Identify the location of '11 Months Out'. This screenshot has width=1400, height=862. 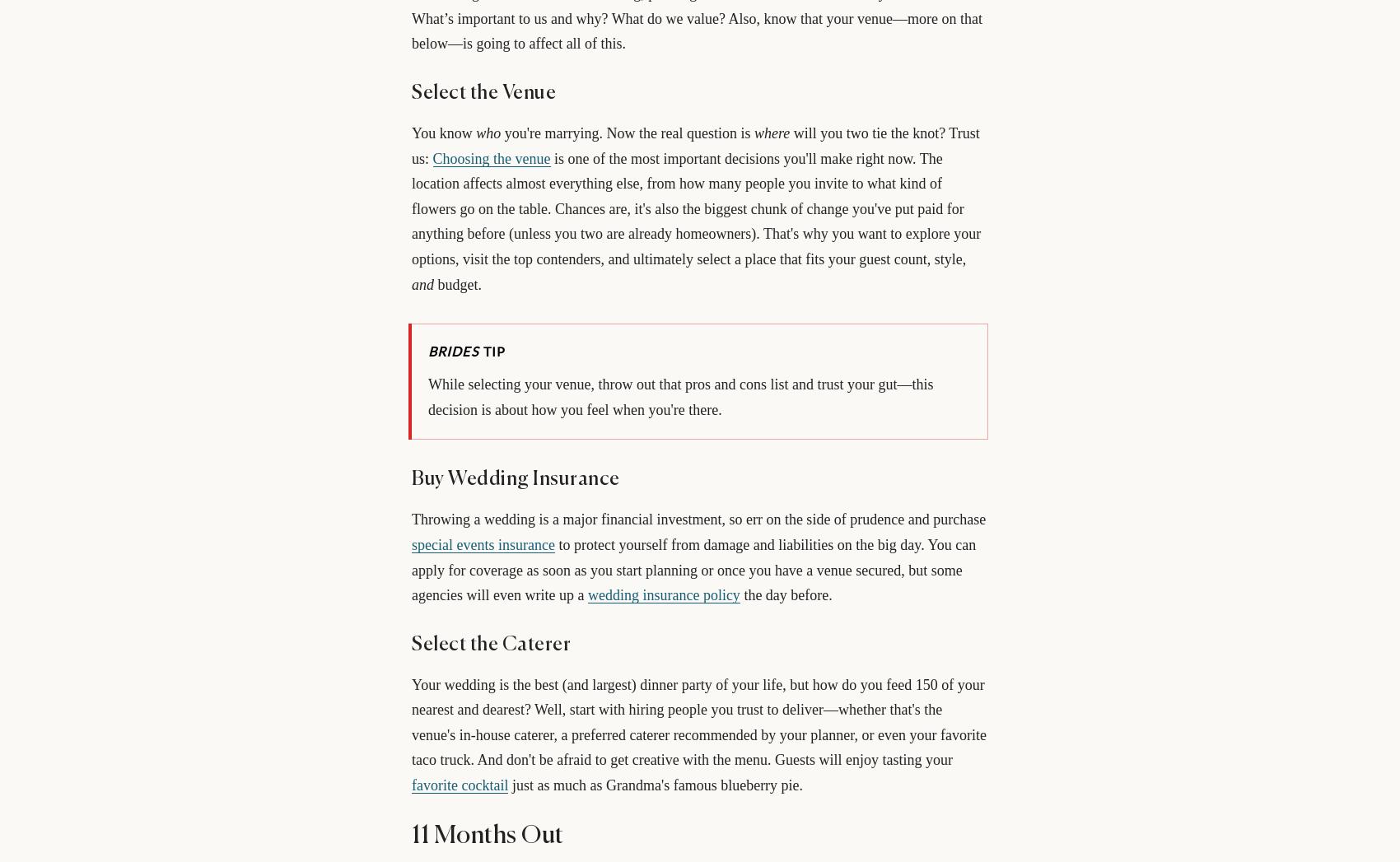
(486, 835).